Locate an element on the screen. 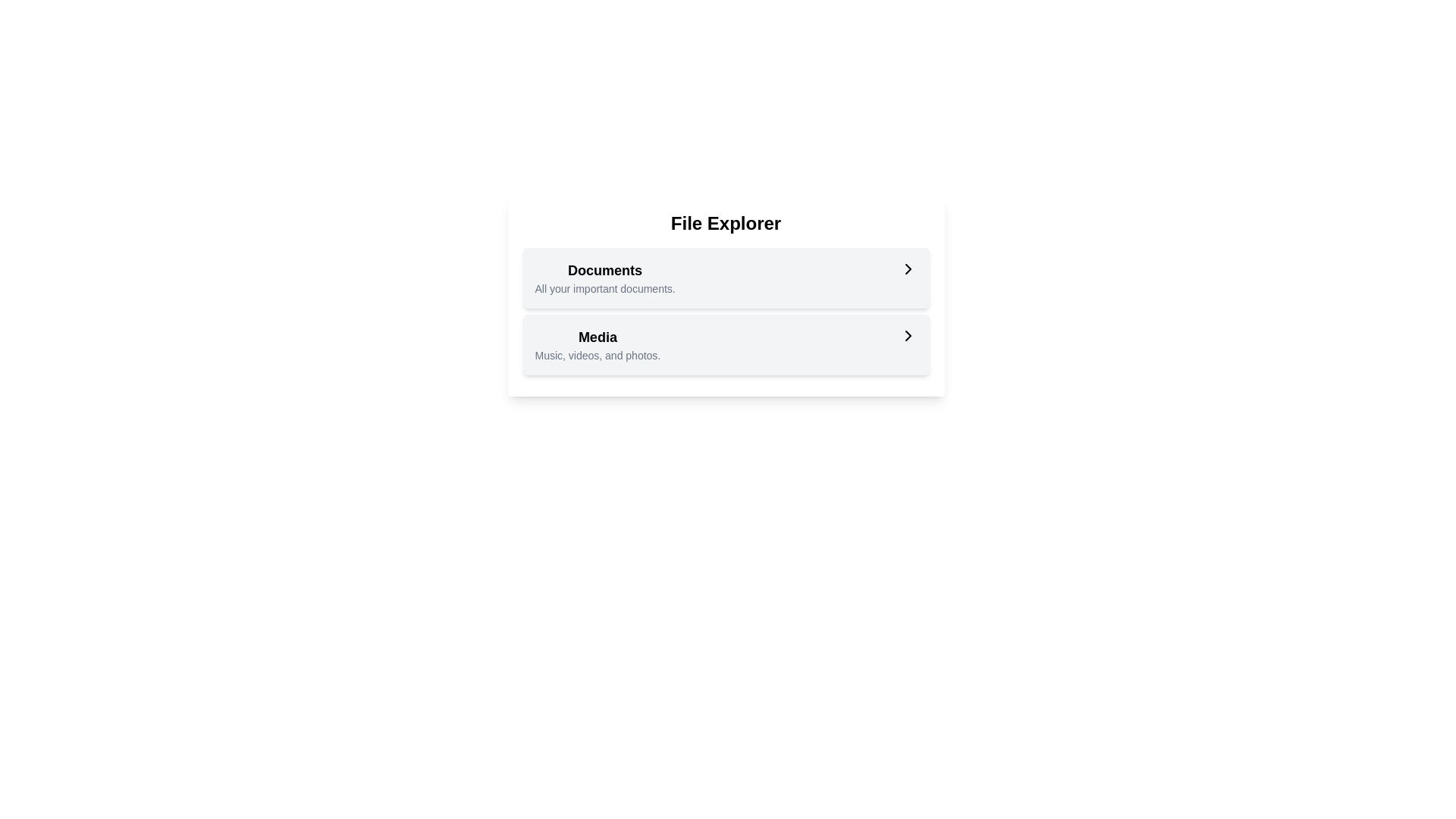 This screenshot has height=819, width=1456. the navigation link labeled 'Documents' with a description 'All your important documents.' is located at coordinates (725, 278).